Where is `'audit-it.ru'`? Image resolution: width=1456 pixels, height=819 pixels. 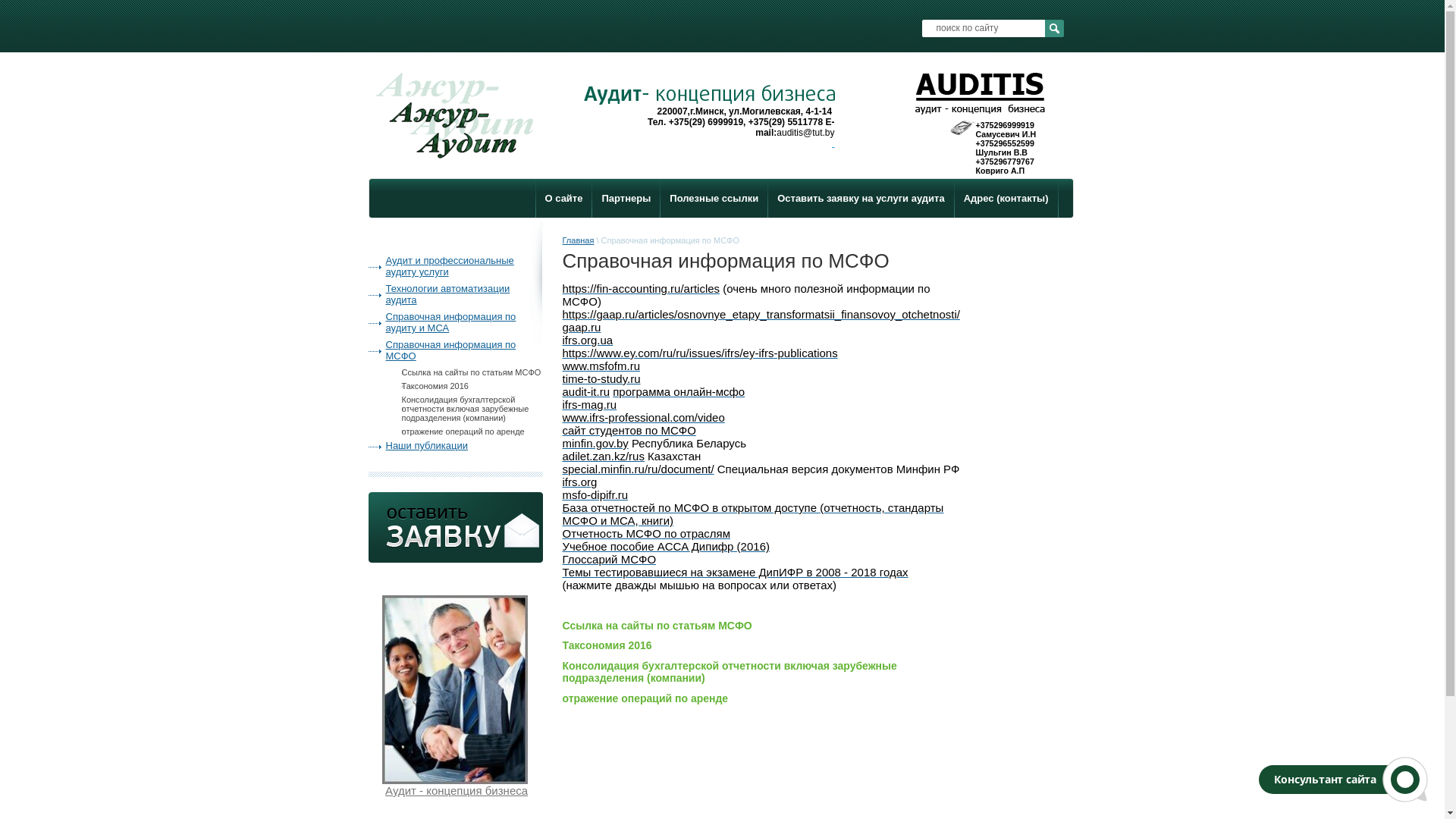
'audit-it.ru' is located at coordinates (585, 391).